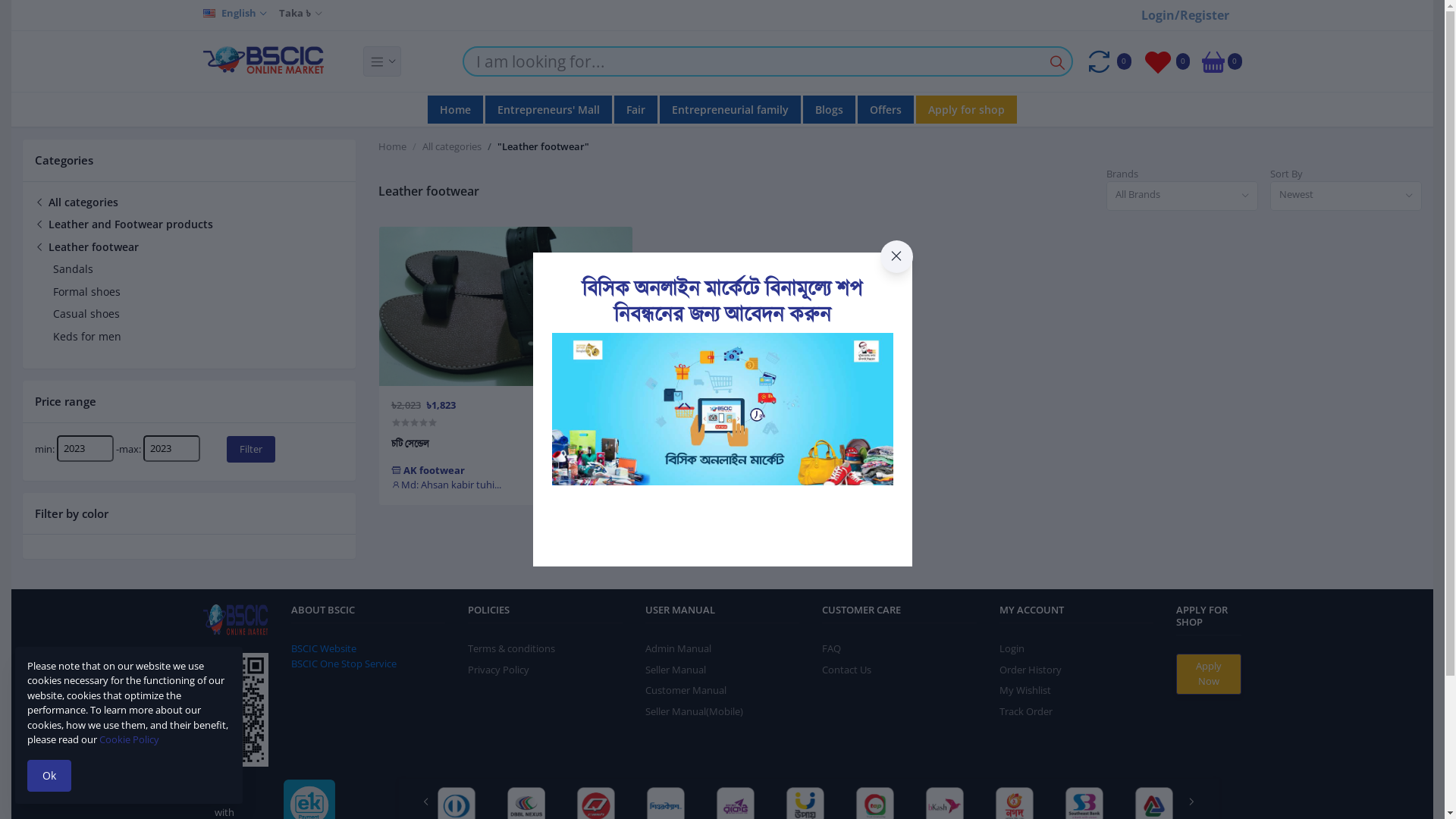  Describe the element at coordinates (1346, 195) in the screenshot. I see `'Newest'` at that location.